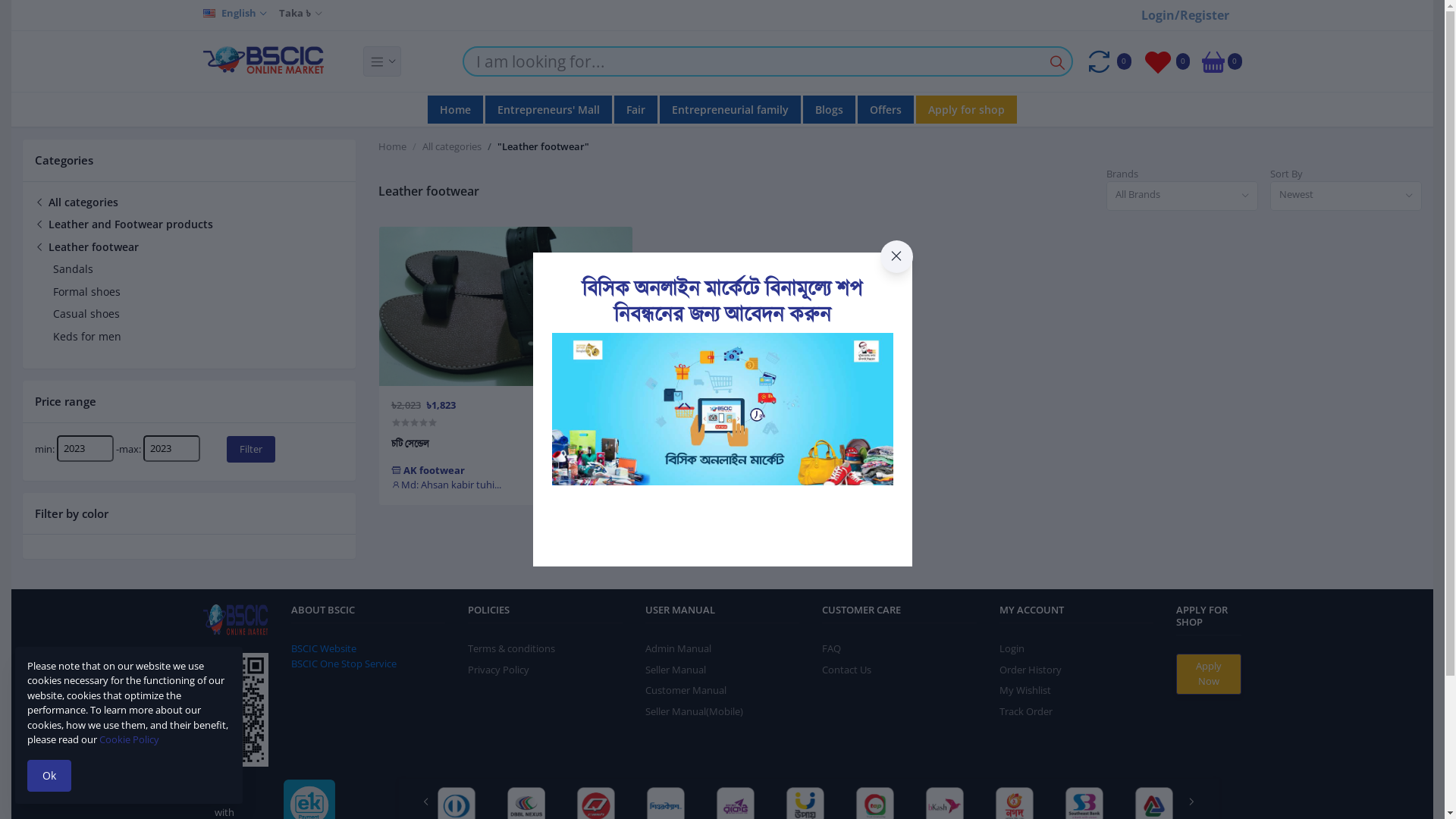  Describe the element at coordinates (1346, 195) in the screenshot. I see `'Newest'` at that location.